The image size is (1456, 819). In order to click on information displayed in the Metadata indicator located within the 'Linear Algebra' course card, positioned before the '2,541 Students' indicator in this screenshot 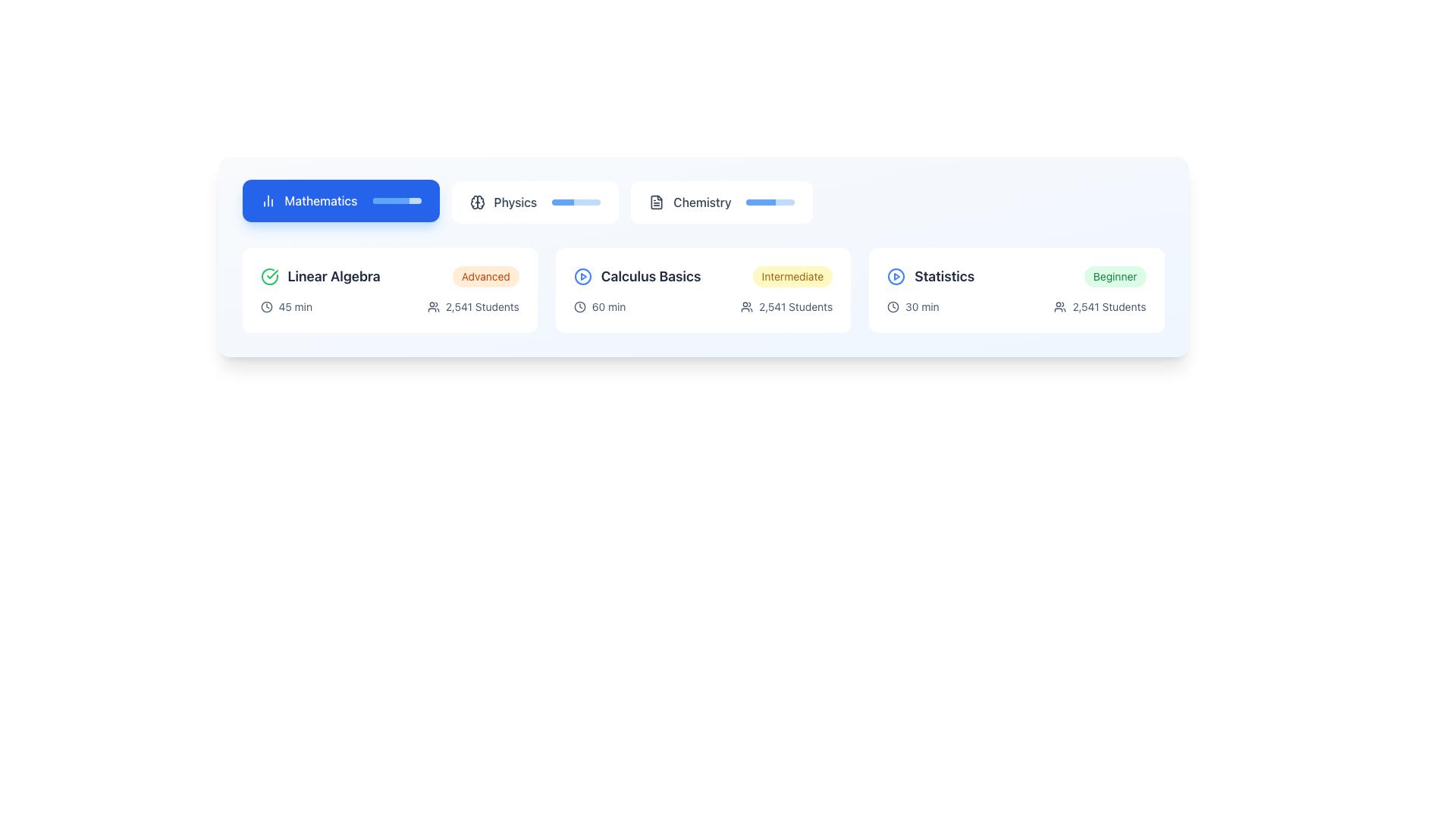, I will do `click(286, 307)`.